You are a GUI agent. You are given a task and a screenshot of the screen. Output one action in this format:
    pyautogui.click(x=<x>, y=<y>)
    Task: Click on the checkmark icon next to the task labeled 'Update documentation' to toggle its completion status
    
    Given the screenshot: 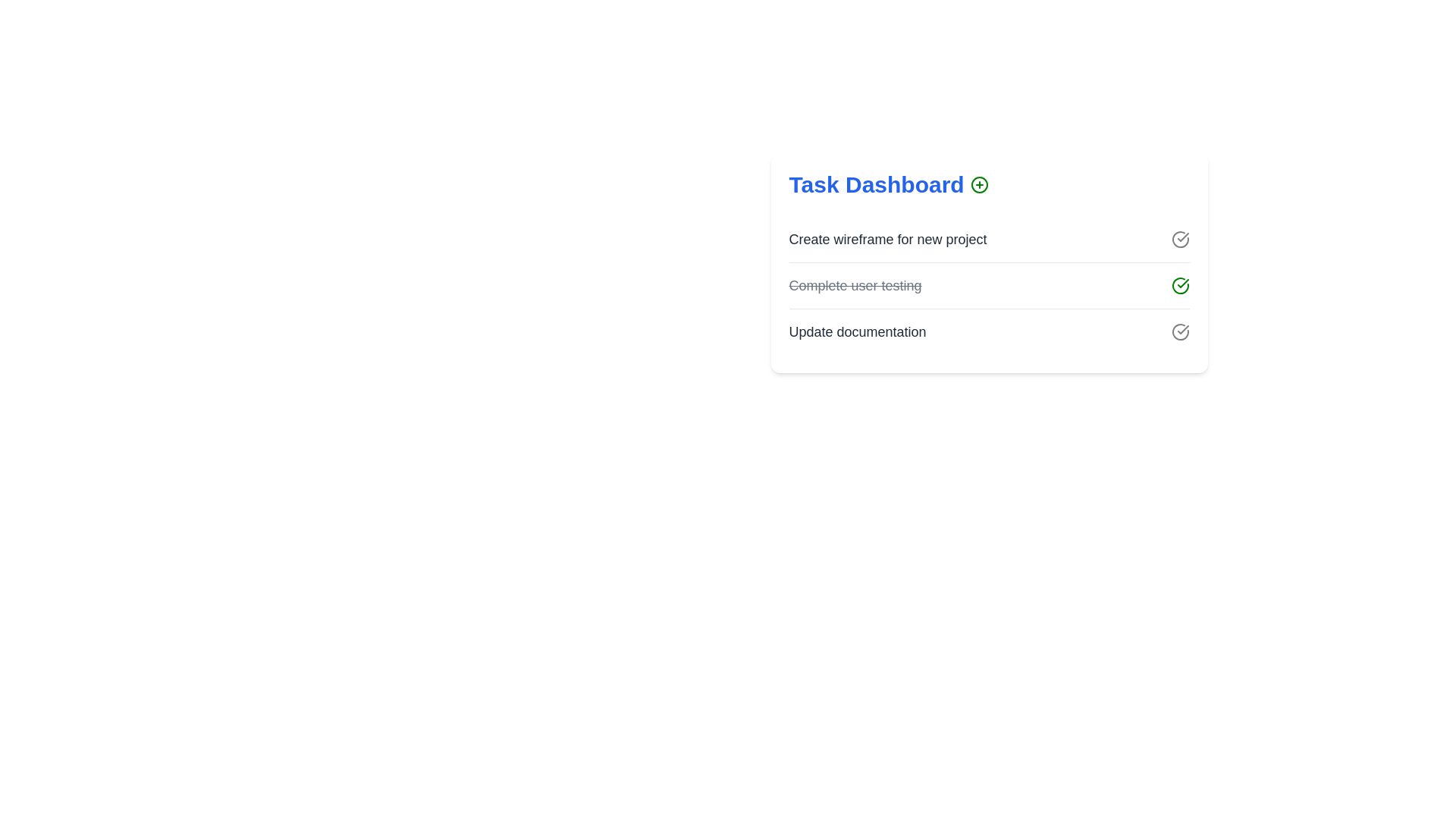 What is the action you would take?
    pyautogui.click(x=1179, y=331)
    